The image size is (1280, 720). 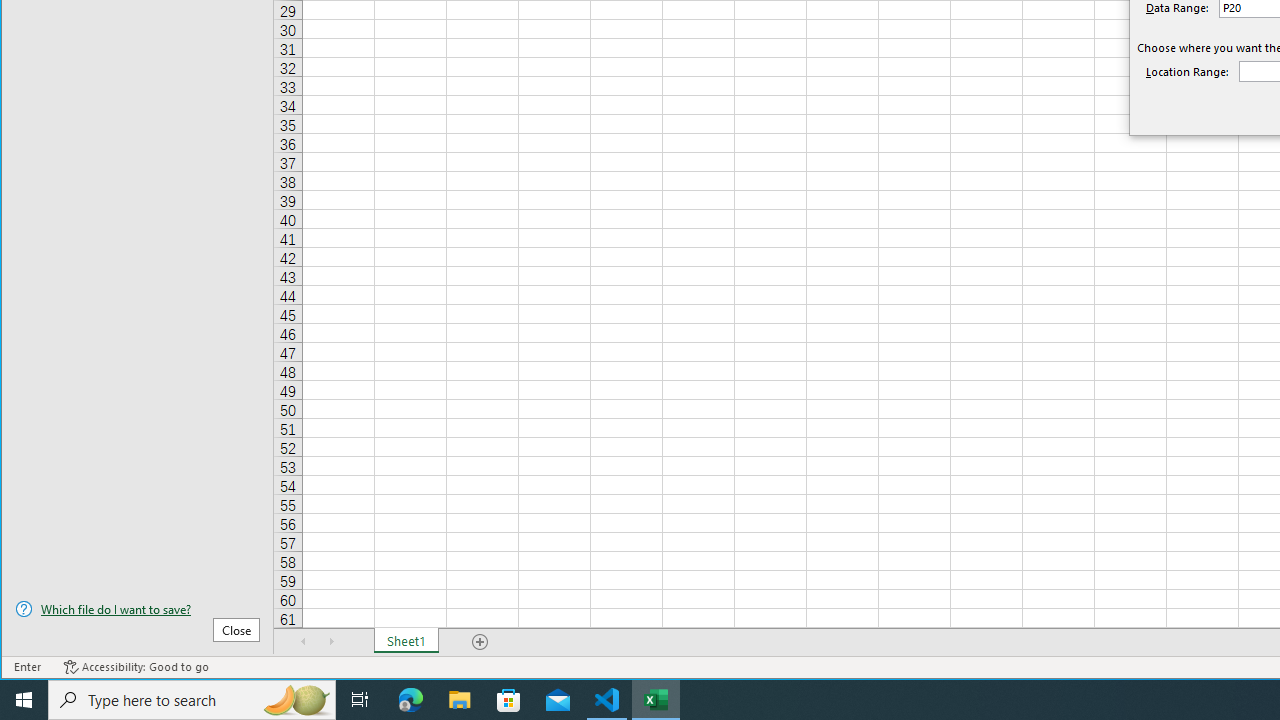 I want to click on 'Scroll Right', so click(x=331, y=641).